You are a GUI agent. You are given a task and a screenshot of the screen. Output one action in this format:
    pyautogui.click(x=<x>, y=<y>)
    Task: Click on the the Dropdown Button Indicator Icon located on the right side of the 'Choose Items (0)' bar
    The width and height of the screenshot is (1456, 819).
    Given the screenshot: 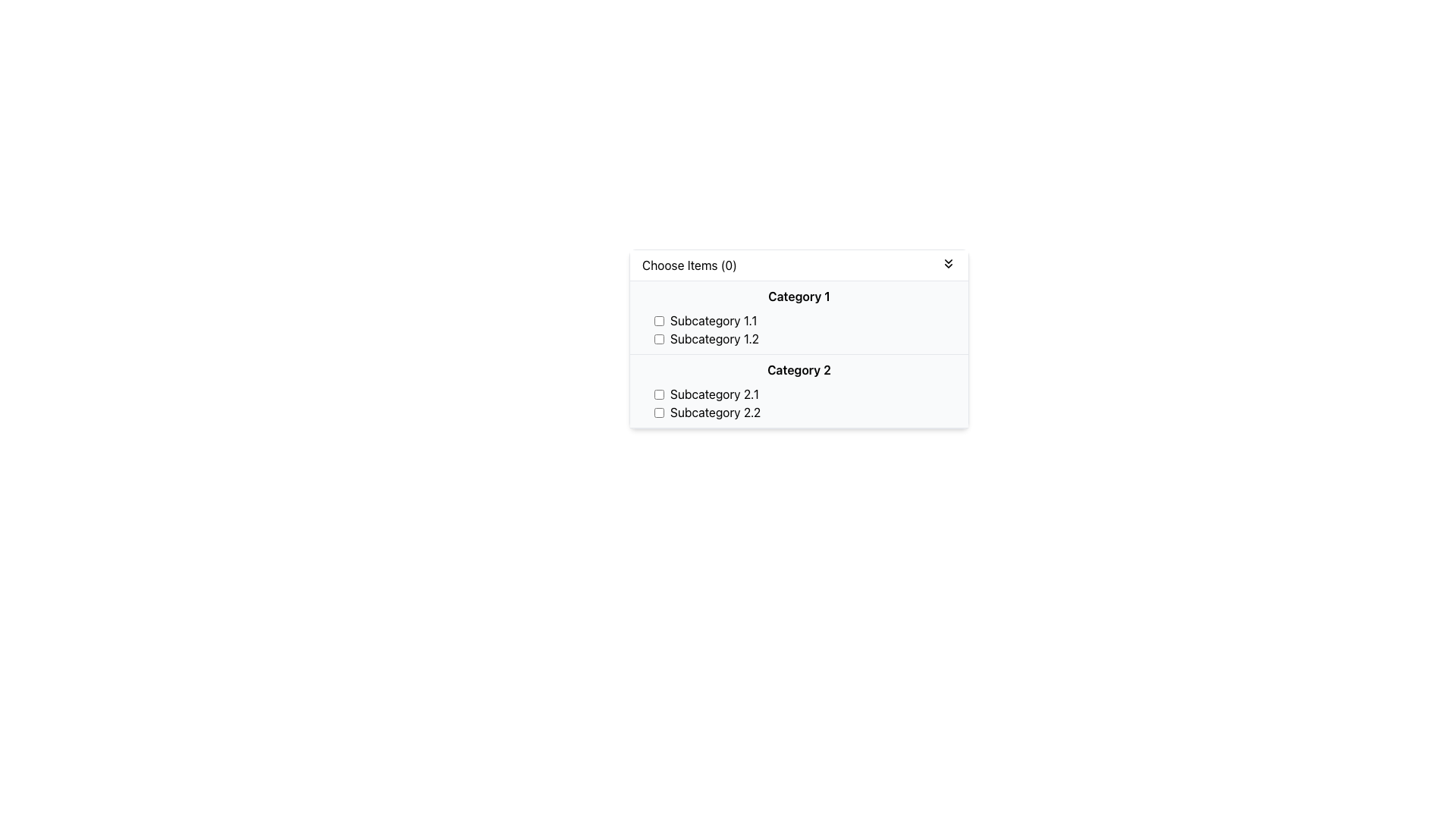 What is the action you would take?
    pyautogui.click(x=948, y=262)
    